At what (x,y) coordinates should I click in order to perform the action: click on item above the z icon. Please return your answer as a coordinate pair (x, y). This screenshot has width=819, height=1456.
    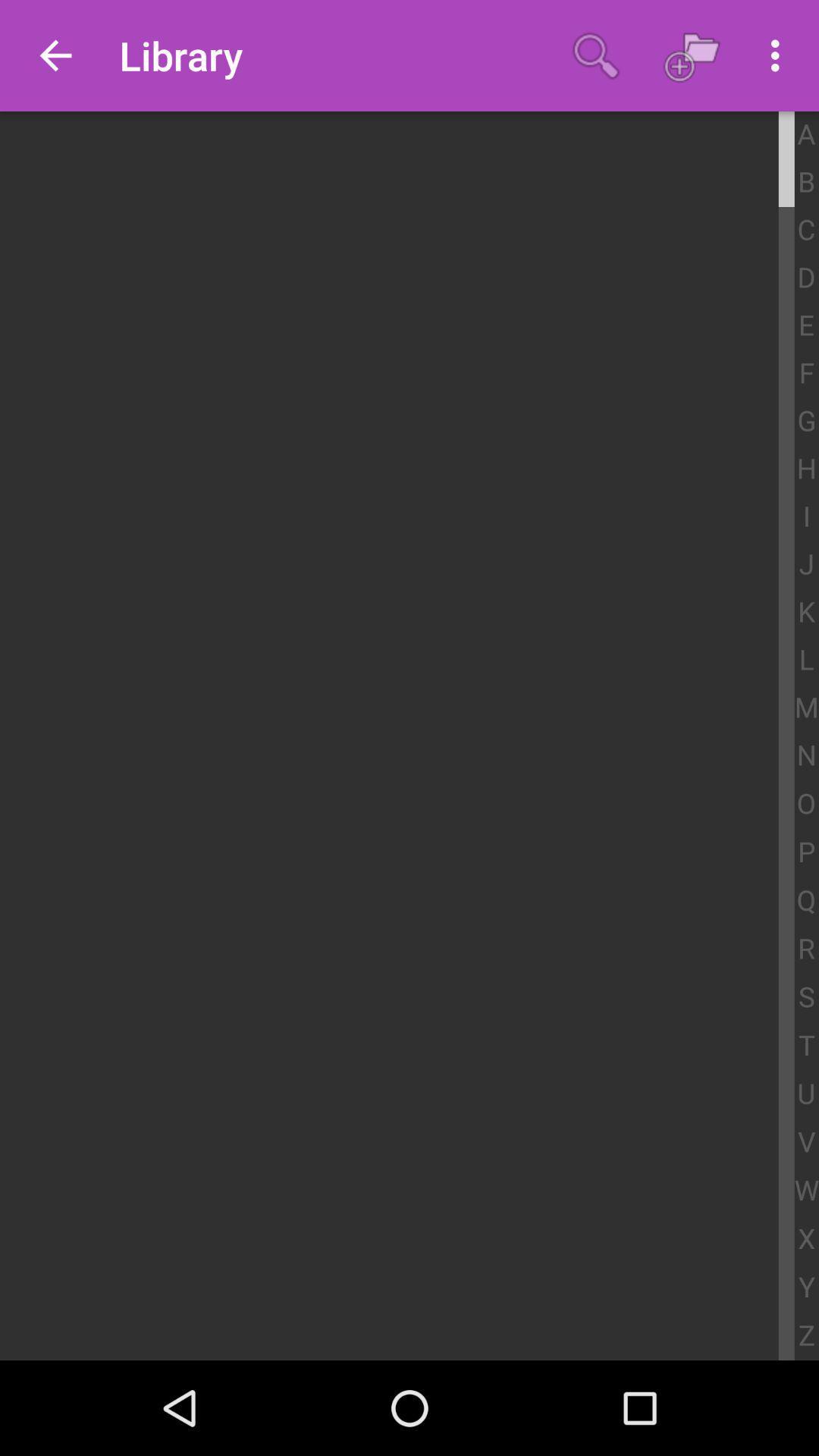
    Looking at the image, I should click on (805, 1287).